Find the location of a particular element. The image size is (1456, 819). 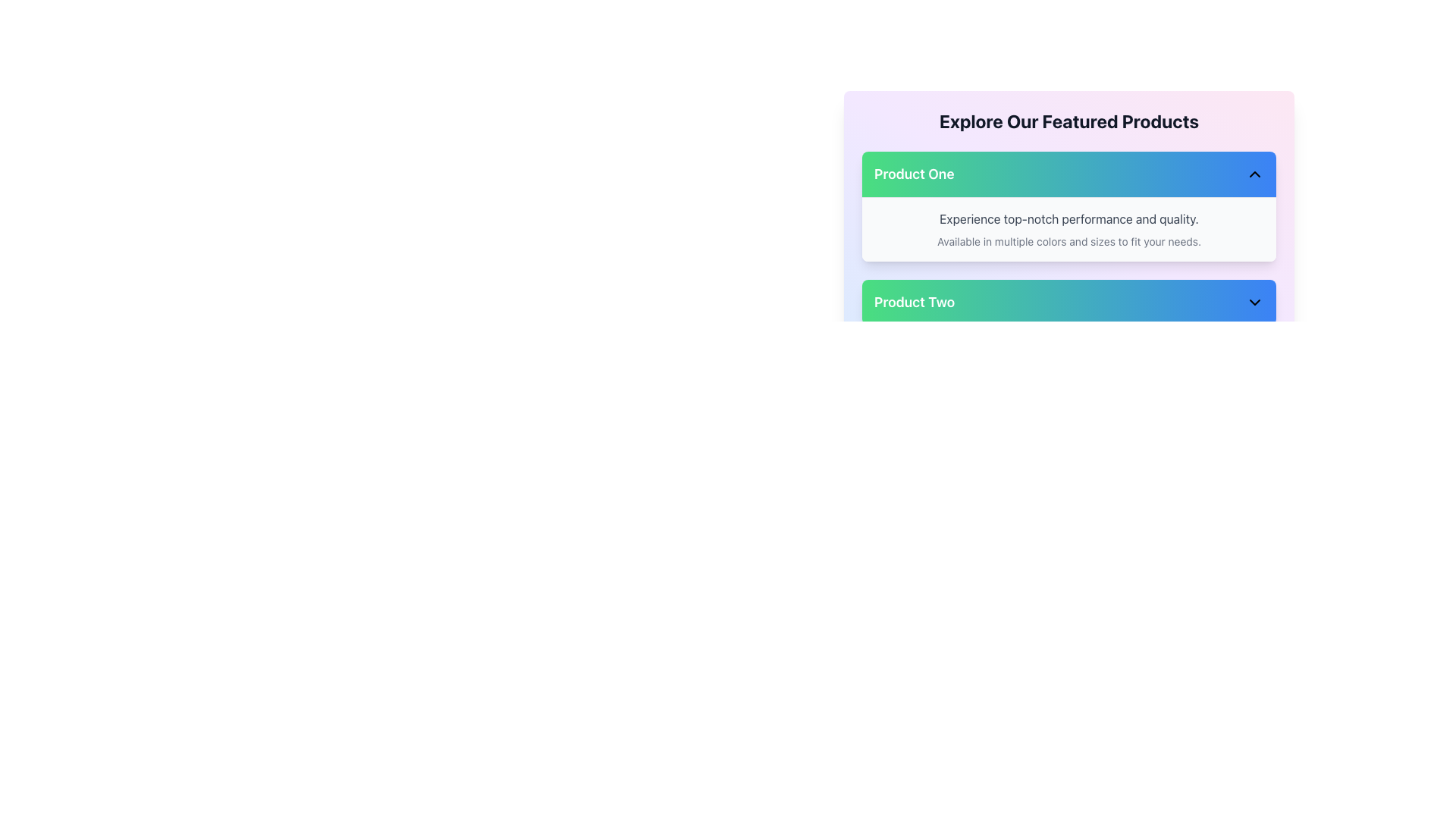

the text label that reads 'Available in multiple colors and sizes to fit your needs.' located below the description in the 'Product One' section is located at coordinates (1068, 241).